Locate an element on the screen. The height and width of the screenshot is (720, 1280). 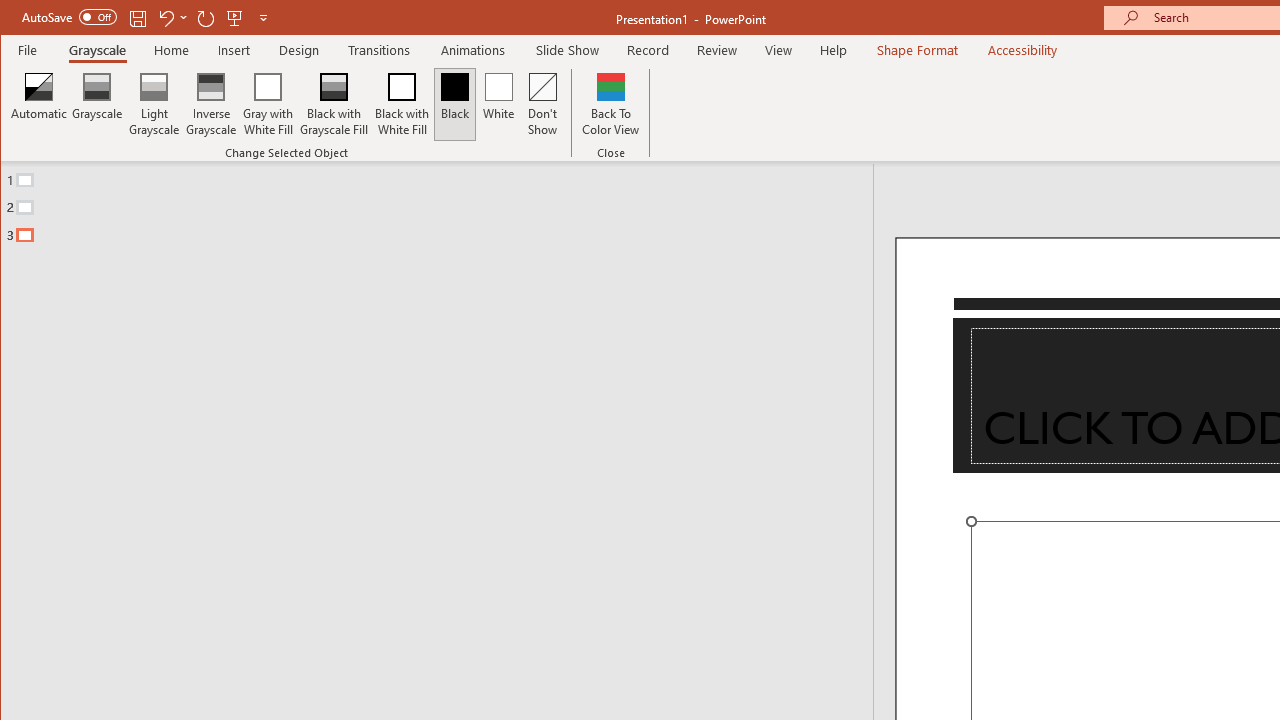
'Customize Quick Access Toolbar' is located at coordinates (262, 17).